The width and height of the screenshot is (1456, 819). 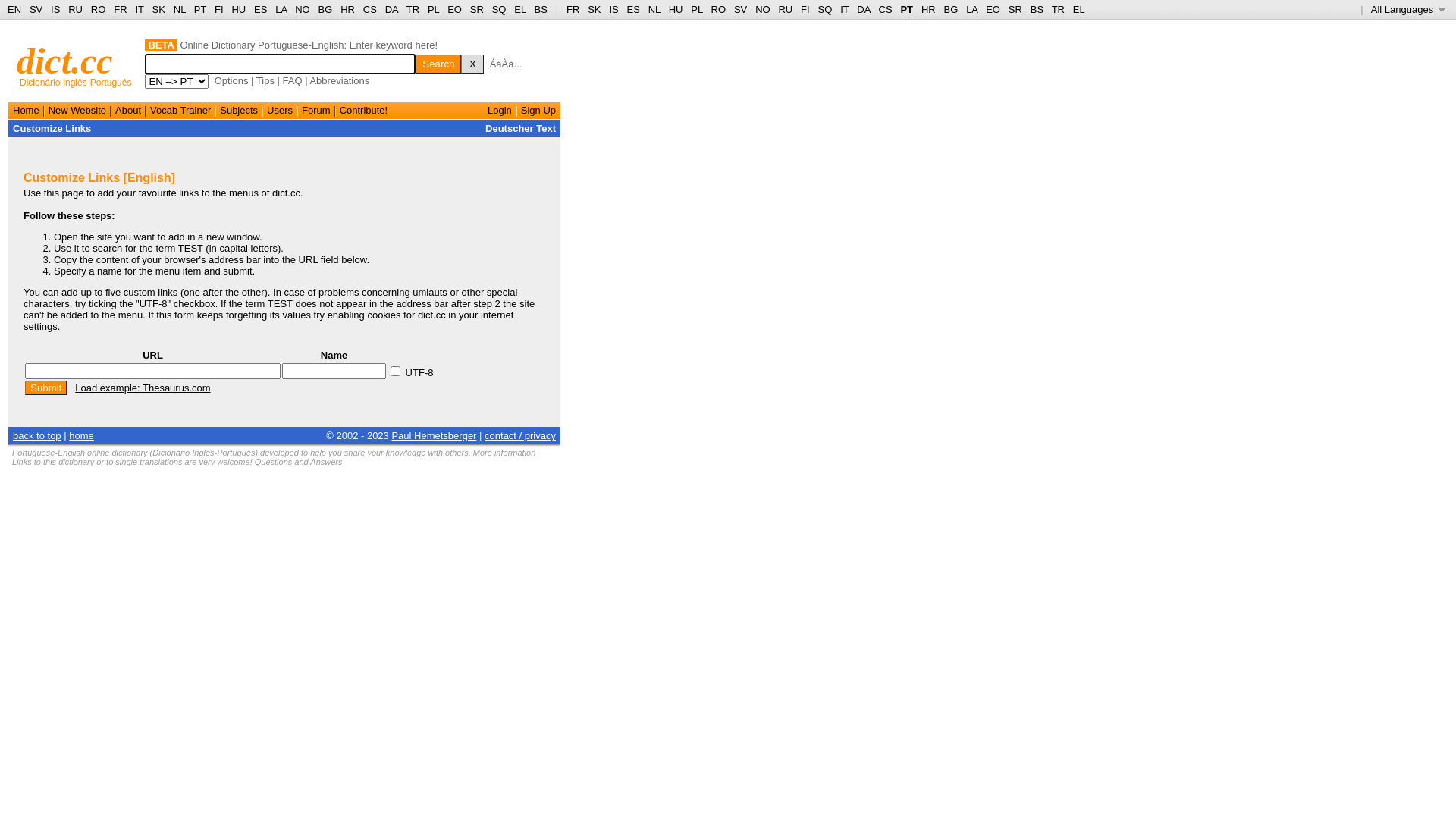 What do you see at coordinates (90, 9) in the screenshot?
I see `'RO'` at bounding box center [90, 9].